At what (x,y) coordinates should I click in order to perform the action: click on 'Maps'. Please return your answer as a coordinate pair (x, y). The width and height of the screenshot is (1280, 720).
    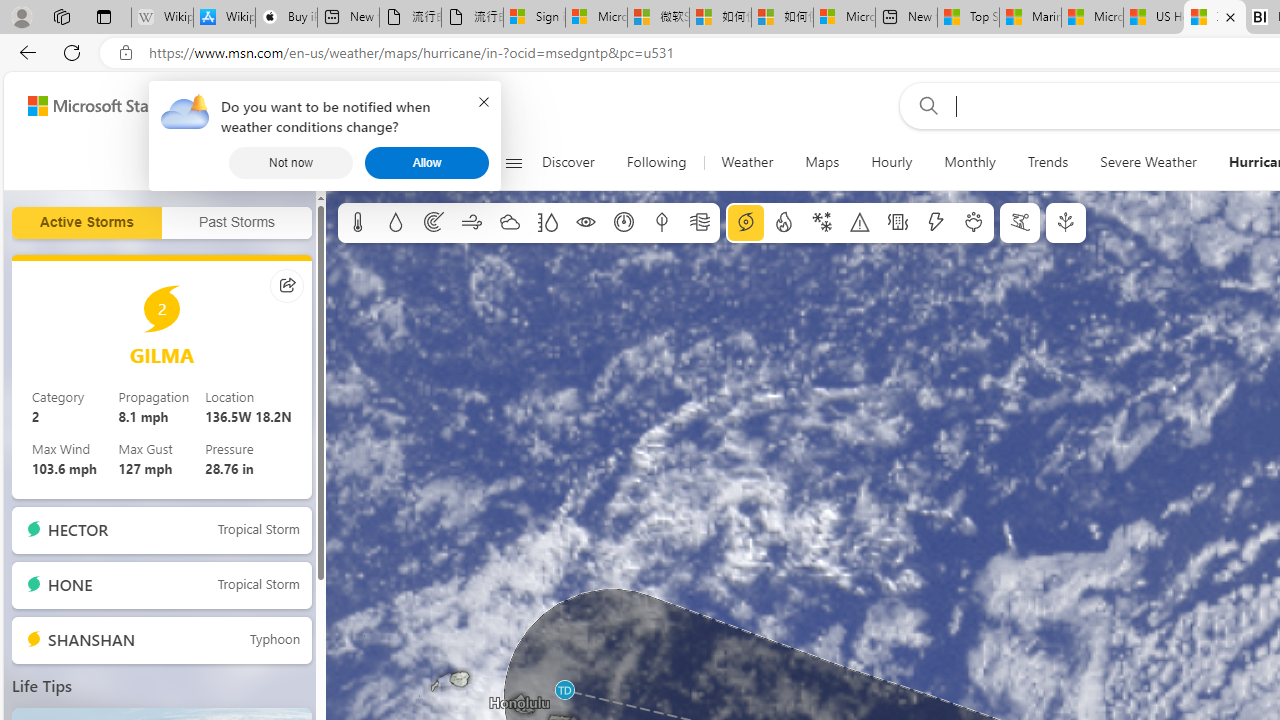
    Looking at the image, I should click on (822, 162).